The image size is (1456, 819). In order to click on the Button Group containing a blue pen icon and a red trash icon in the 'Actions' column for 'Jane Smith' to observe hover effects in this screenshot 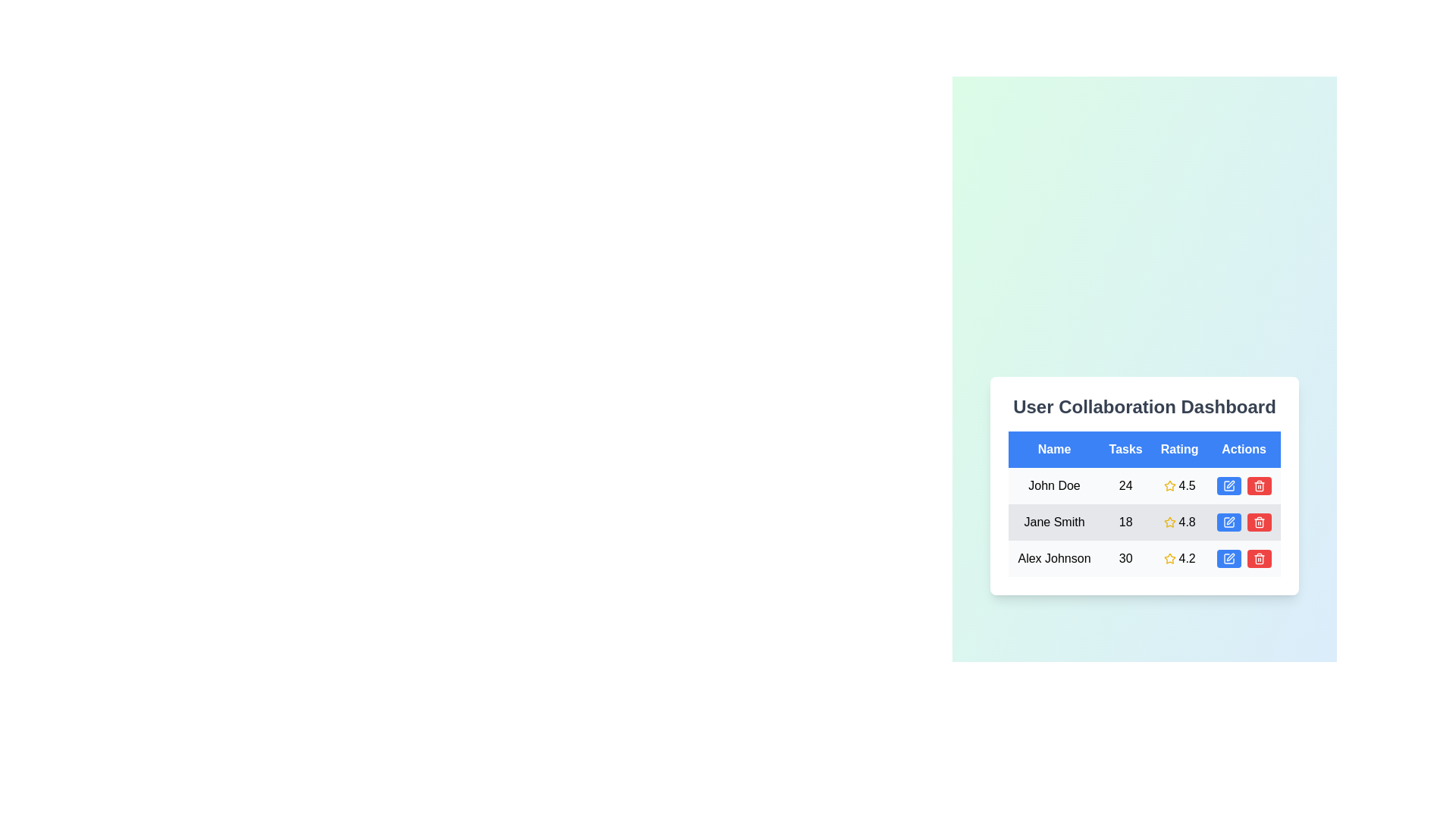, I will do `click(1244, 522)`.